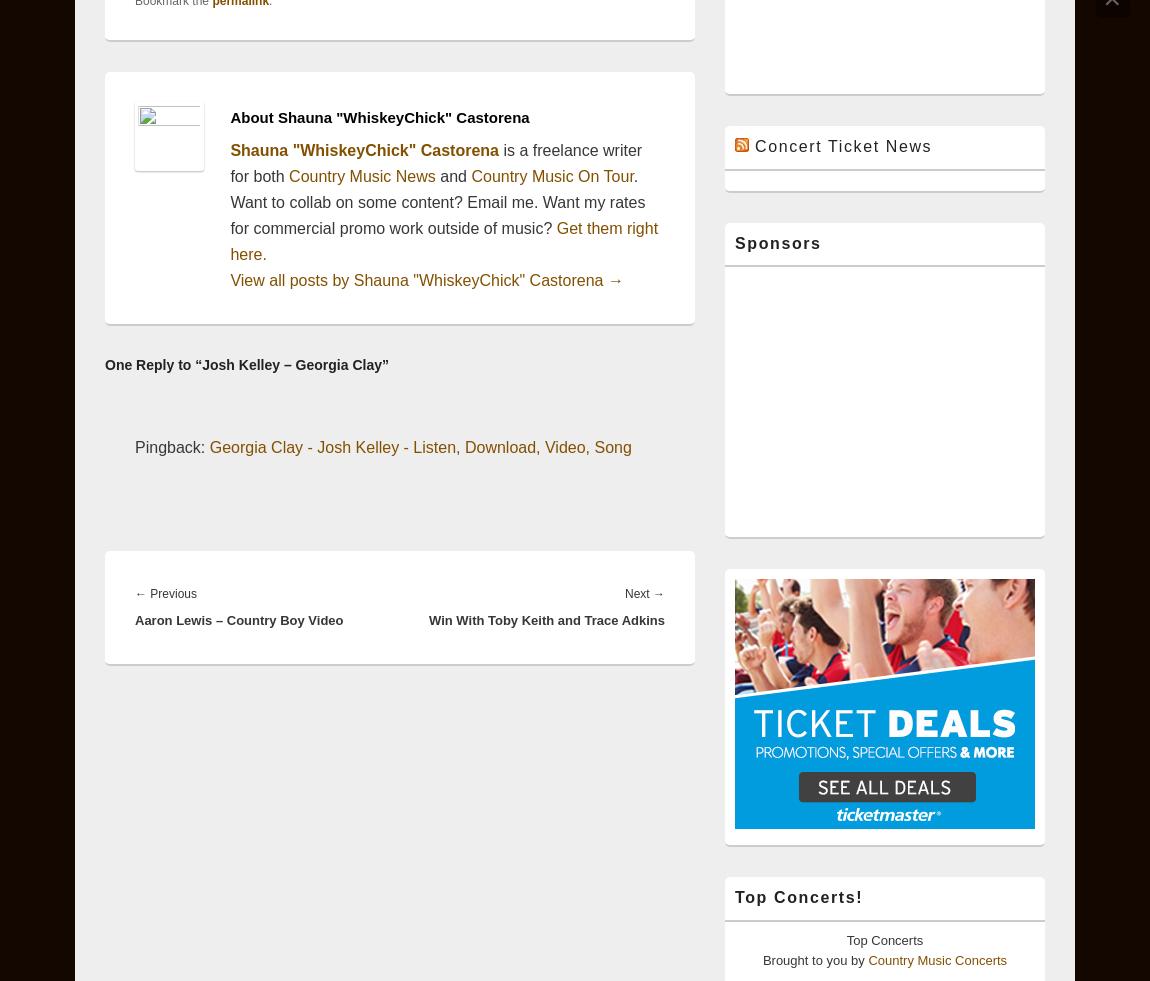 Image resolution: width=1150 pixels, height=981 pixels. Describe the element at coordinates (753, 145) in the screenshot. I see `'Concert Ticket News'` at that location.